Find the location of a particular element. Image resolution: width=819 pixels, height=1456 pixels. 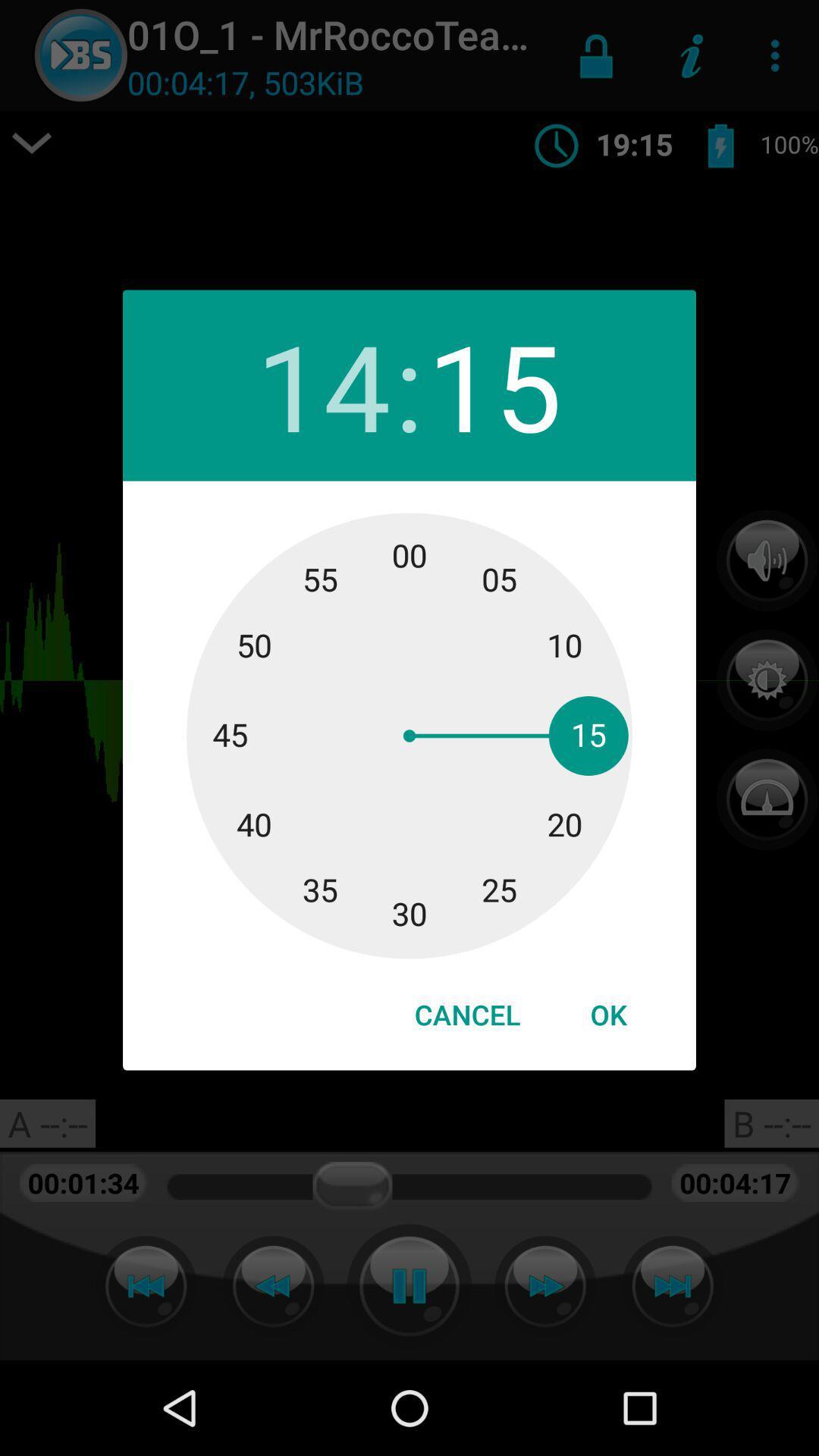

cancel at the bottom is located at coordinates (466, 1015).